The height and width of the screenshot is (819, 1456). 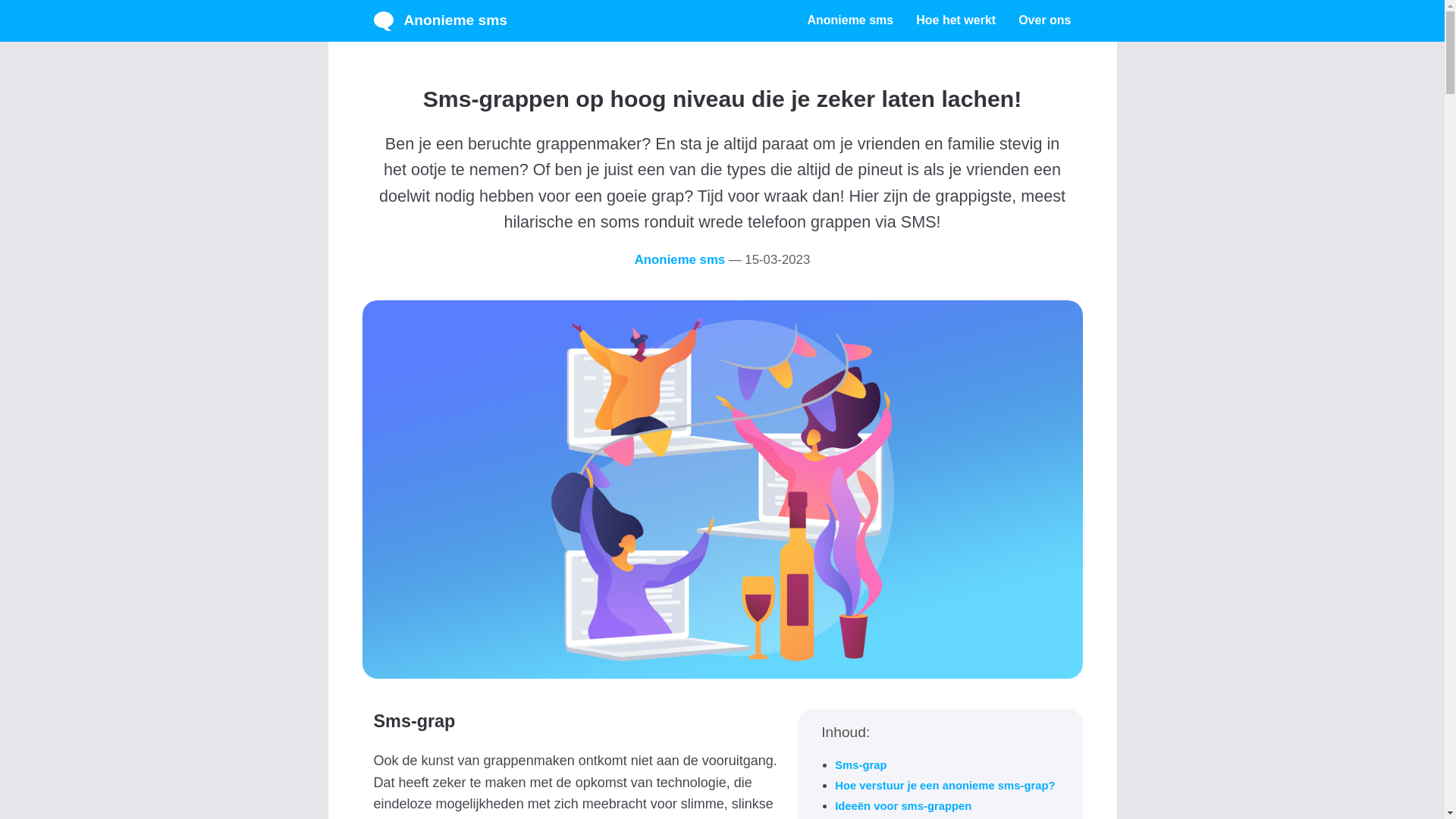 I want to click on 'Hoe verstuur je een anonieme sms-grap?', so click(x=944, y=785).